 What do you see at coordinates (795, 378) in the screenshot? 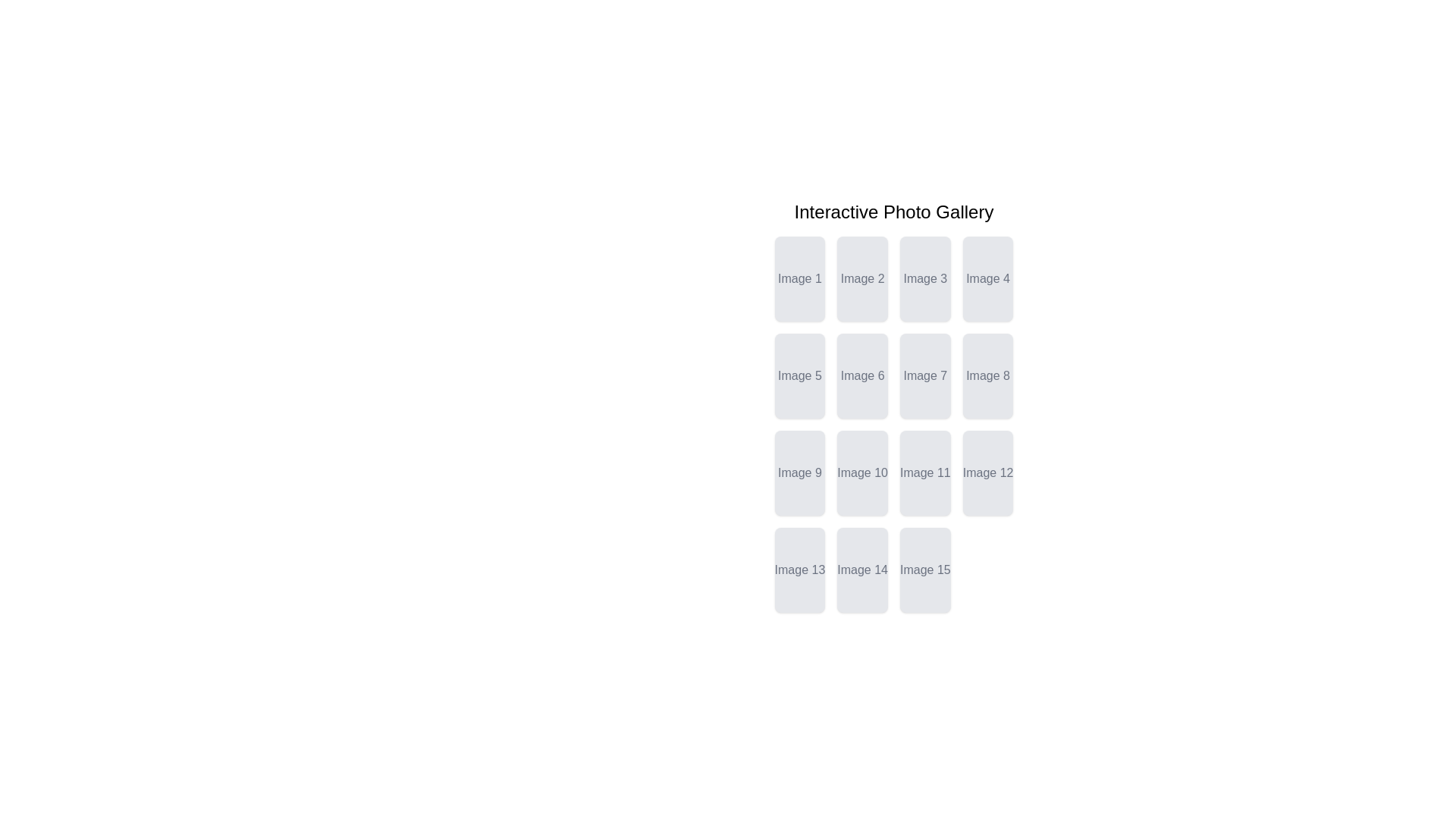
I see `the heart-shaped SVG icon located in the bottom-left area of the grid layout below 'Image 5'` at bounding box center [795, 378].